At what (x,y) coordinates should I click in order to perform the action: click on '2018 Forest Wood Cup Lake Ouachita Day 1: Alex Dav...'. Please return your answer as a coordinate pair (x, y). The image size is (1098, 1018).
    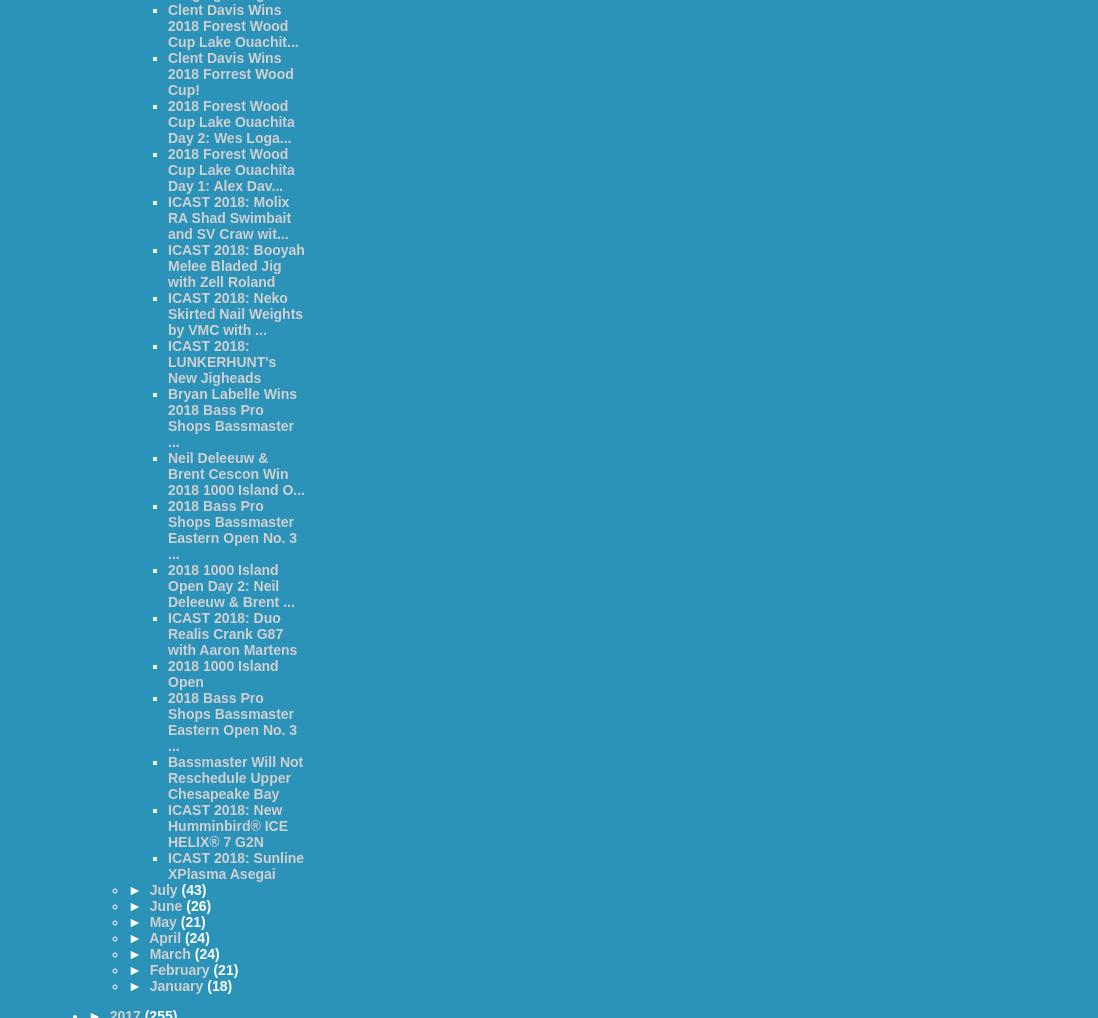
    Looking at the image, I should click on (230, 170).